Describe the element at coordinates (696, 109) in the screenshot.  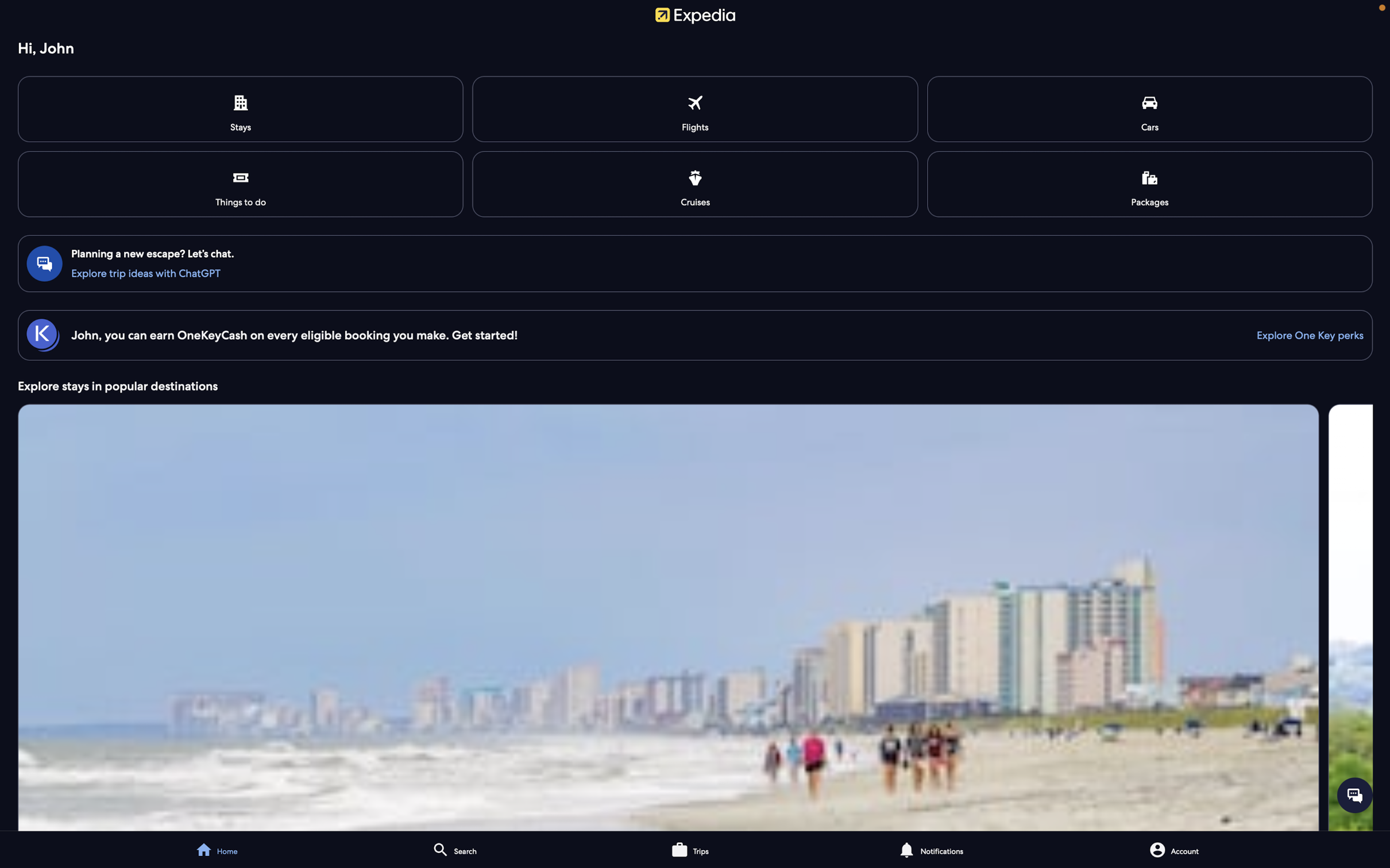
I see `a search for the flight identified as ABC1234` at that location.